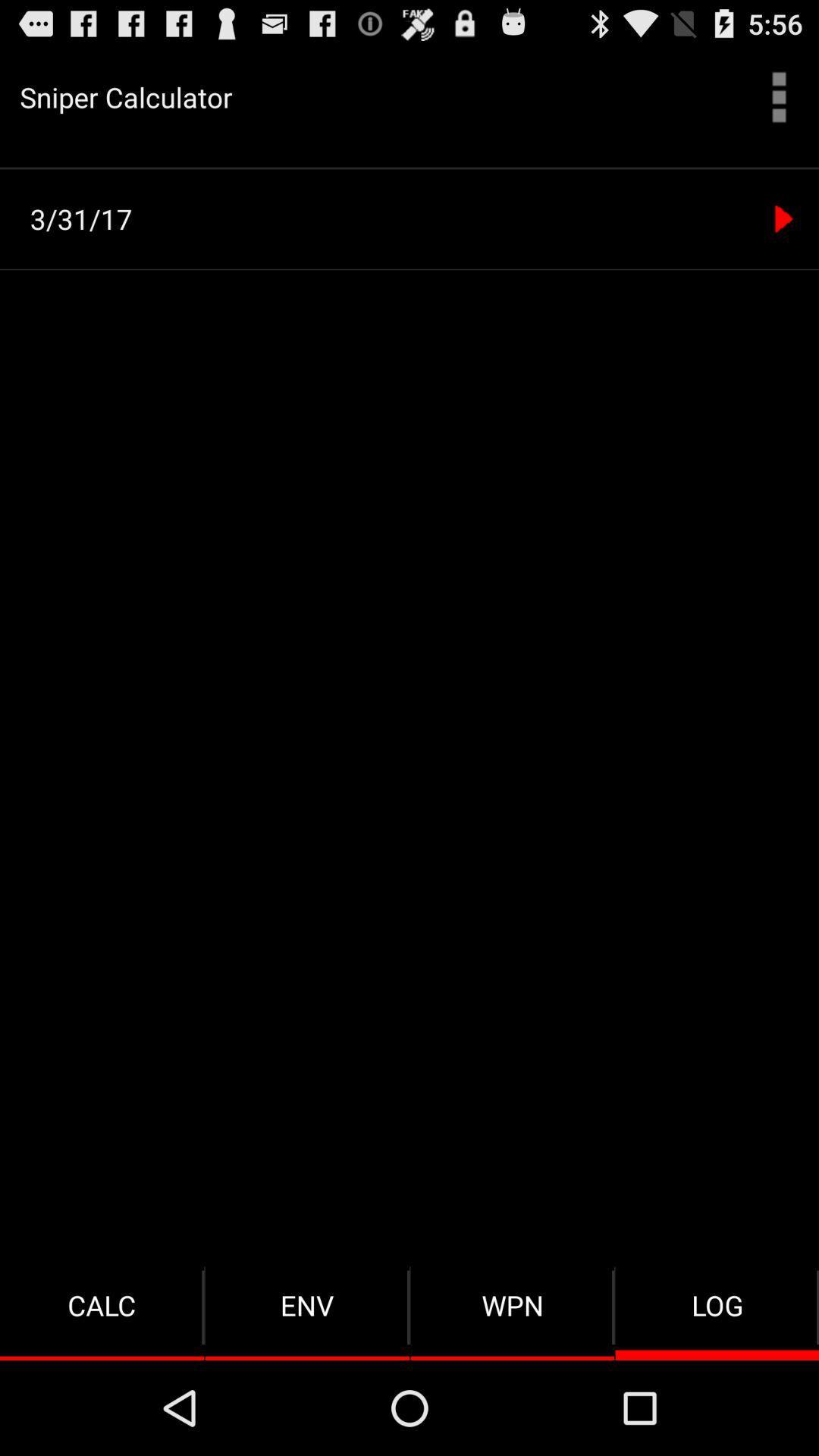 This screenshot has height=1456, width=819. Describe the element at coordinates (779, 96) in the screenshot. I see `item to the right of the sniper calculator item` at that location.